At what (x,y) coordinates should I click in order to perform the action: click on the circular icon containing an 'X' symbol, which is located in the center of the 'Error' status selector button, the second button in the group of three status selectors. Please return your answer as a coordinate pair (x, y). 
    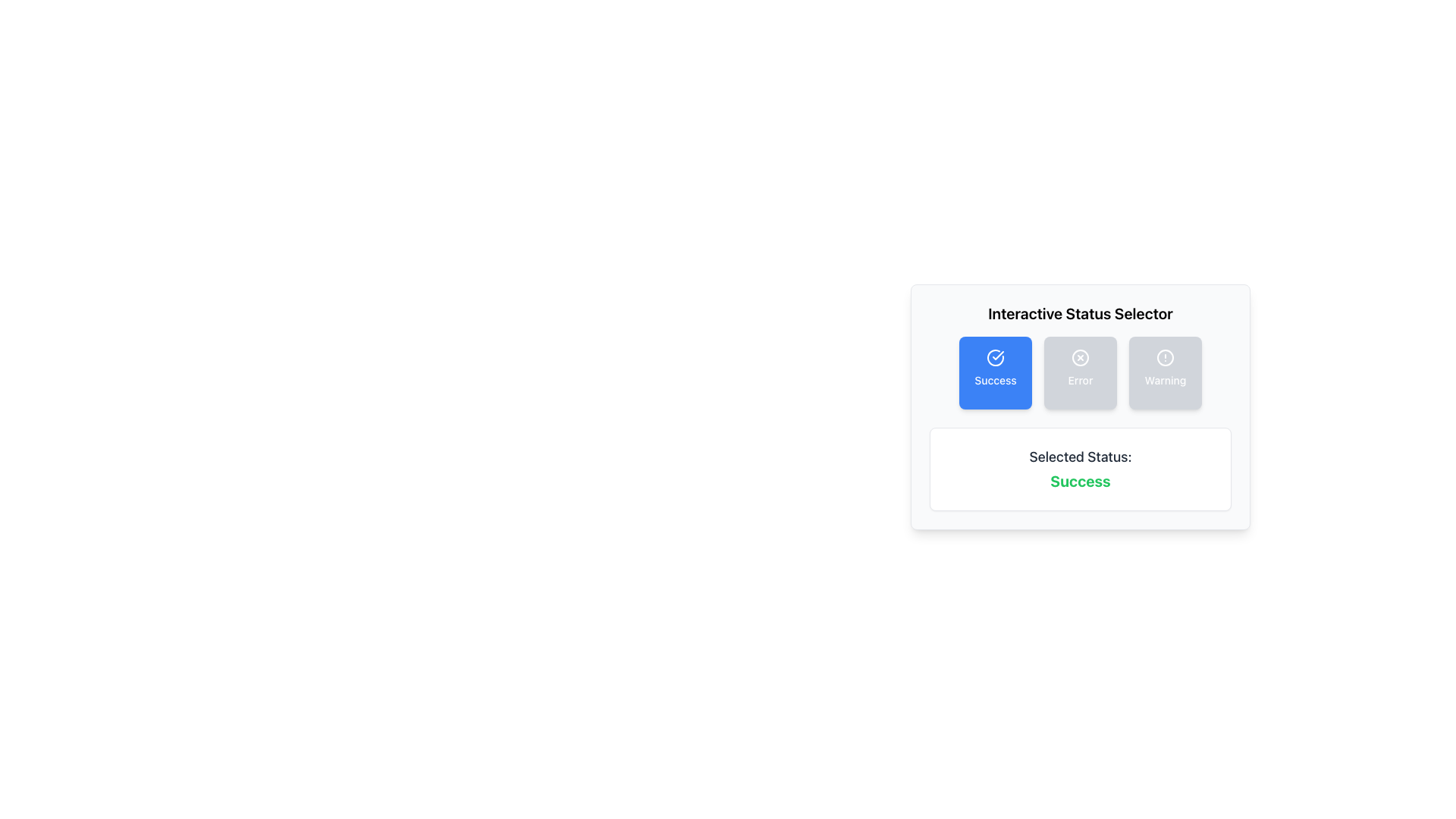
    Looking at the image, I should click on (1080, 357).